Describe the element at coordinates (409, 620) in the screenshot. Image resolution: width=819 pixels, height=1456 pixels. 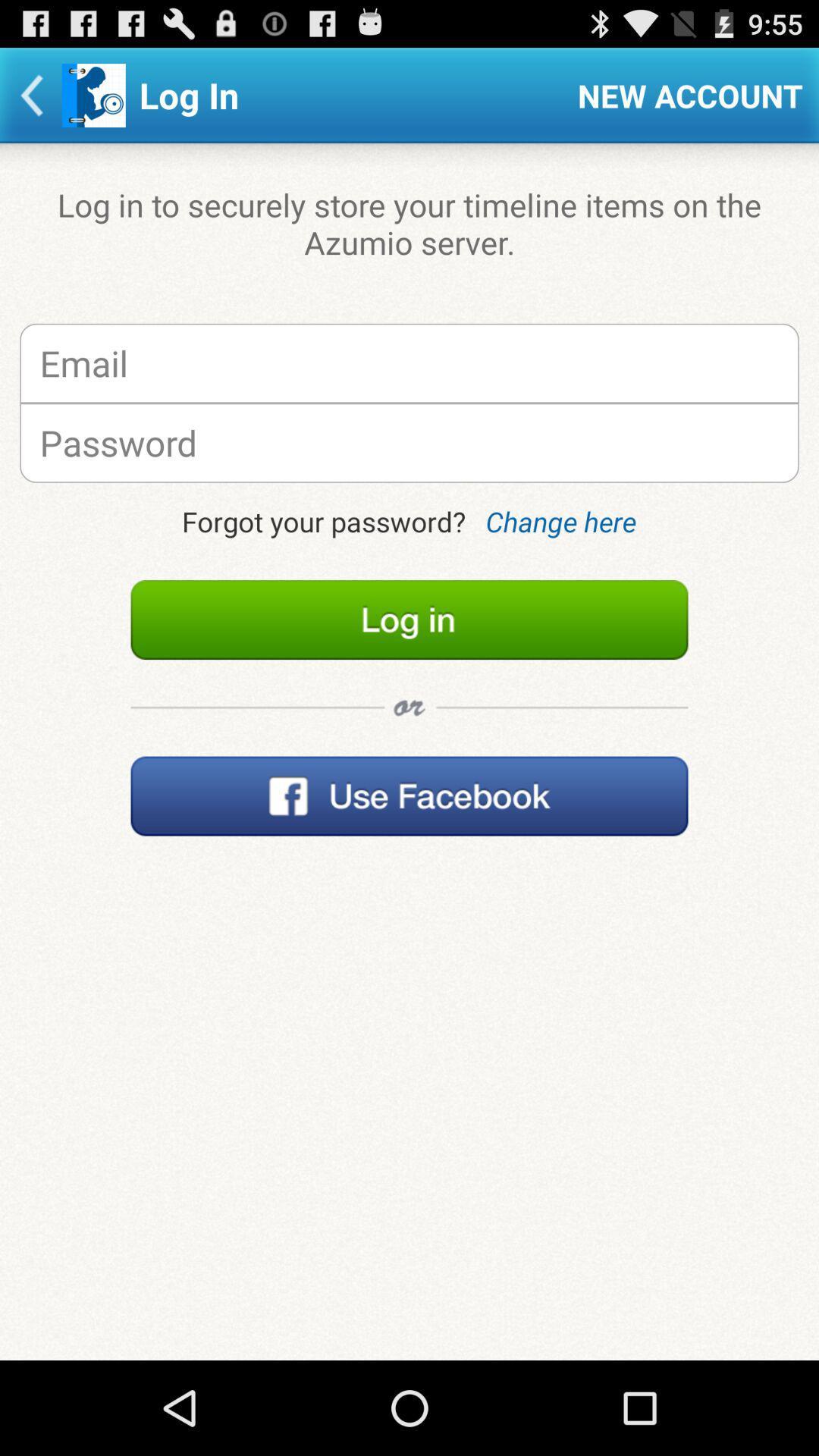
I see `log in` at that location.